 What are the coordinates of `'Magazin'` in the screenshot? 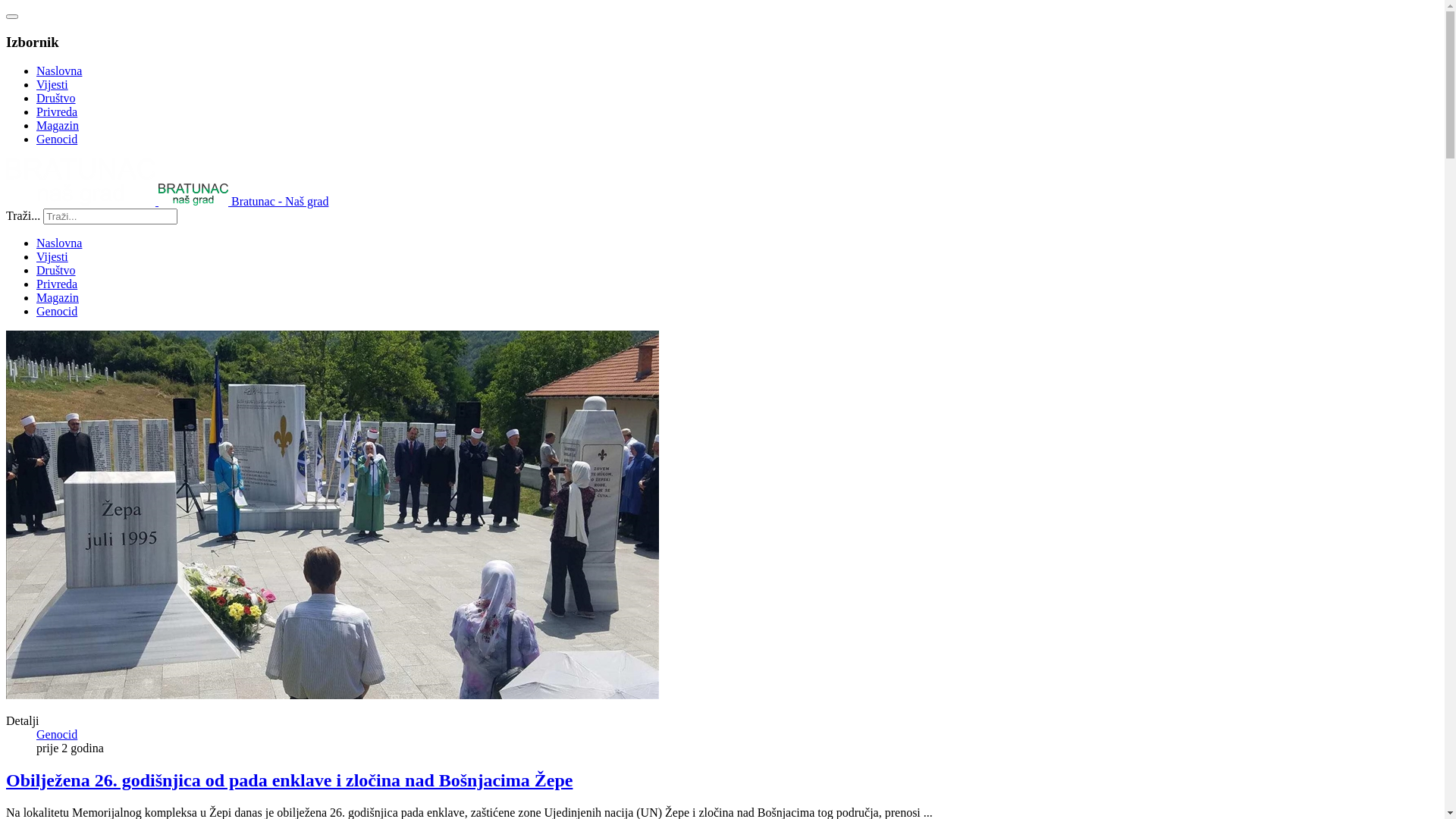 It's located at (36, 124).